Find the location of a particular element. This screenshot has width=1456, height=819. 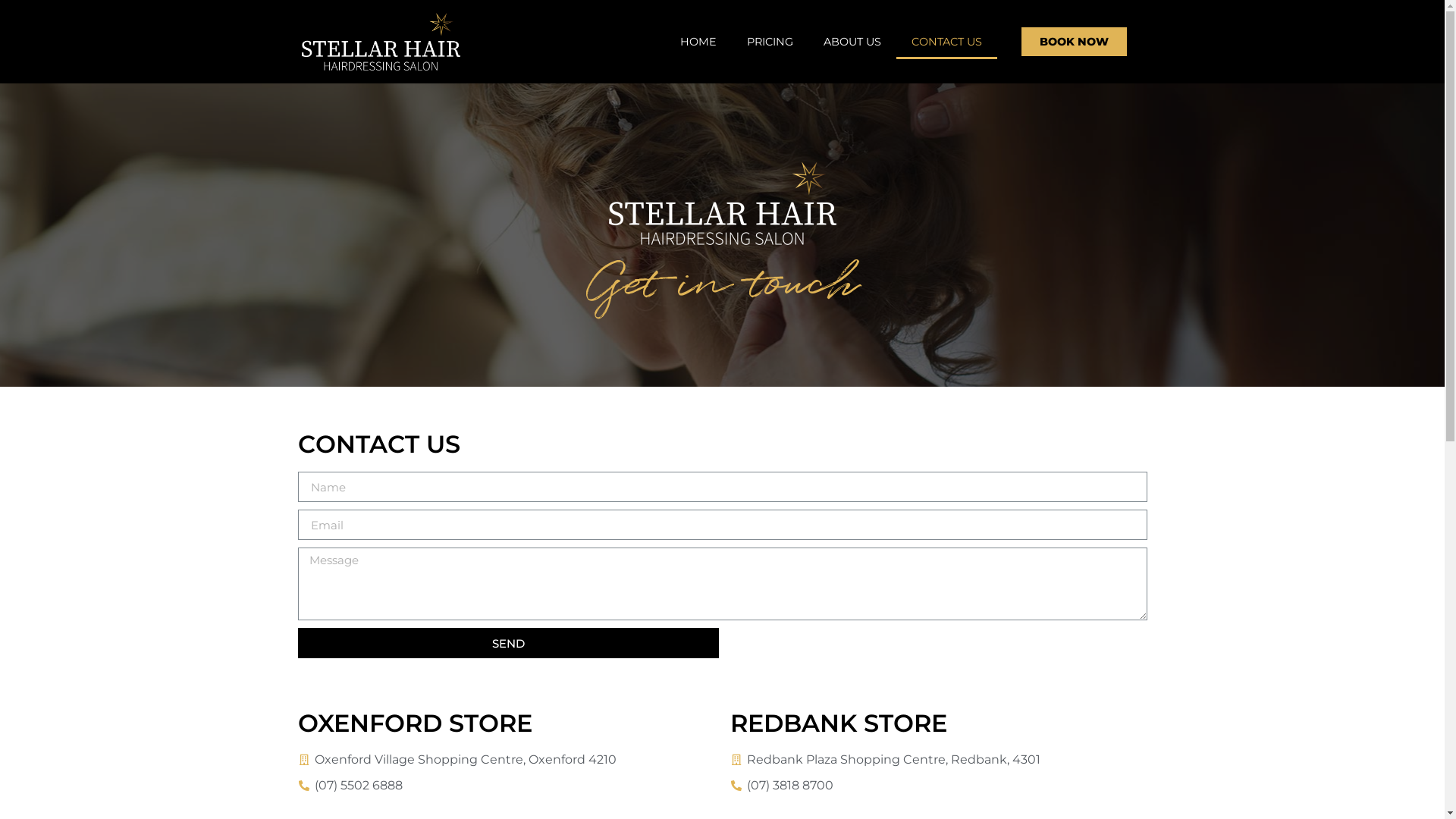

'SEND' is located at coordinates (507, 643).